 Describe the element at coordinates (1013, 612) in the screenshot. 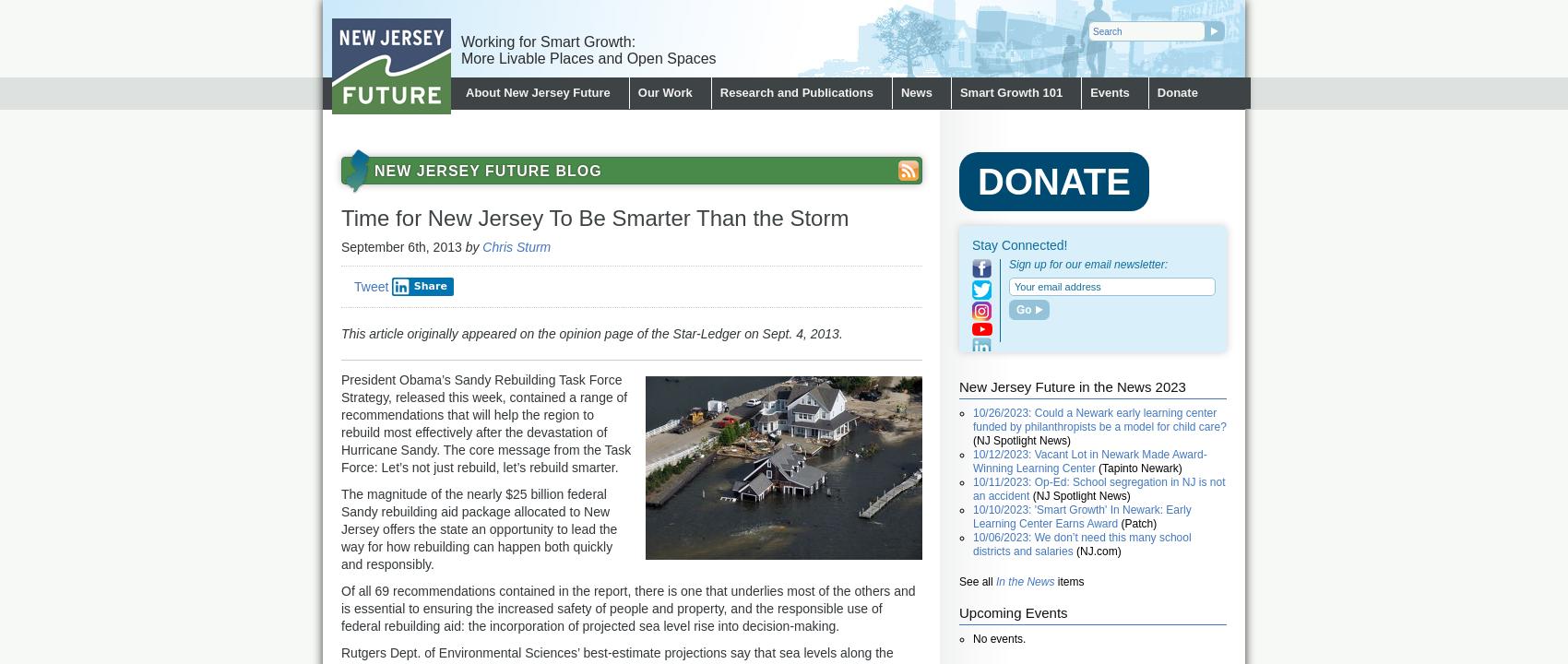

I see `'Upcoming Events'` at that location.